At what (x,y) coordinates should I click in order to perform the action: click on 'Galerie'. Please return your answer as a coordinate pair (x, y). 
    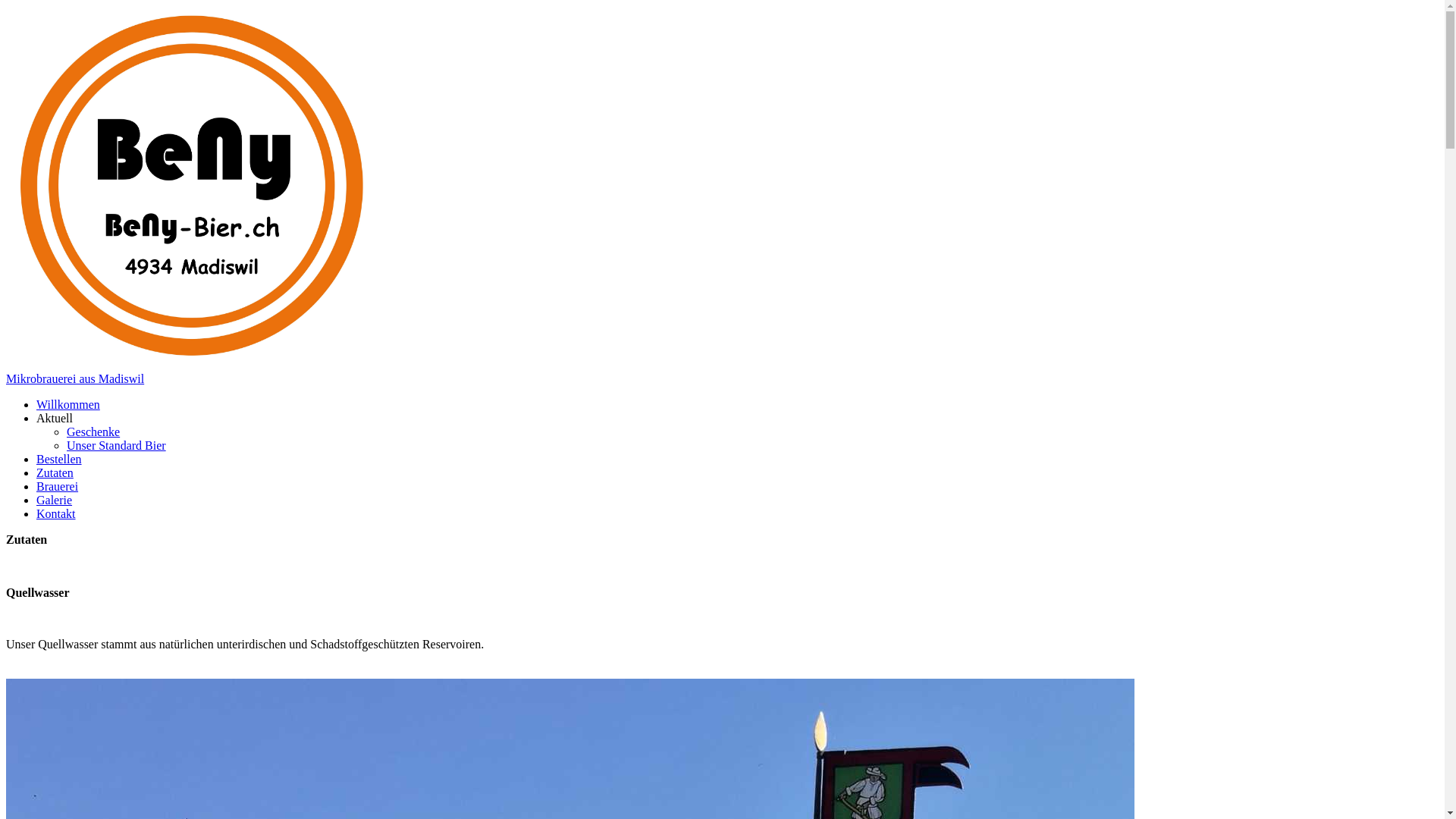
    Looking at the image, I should click on (54, 499).